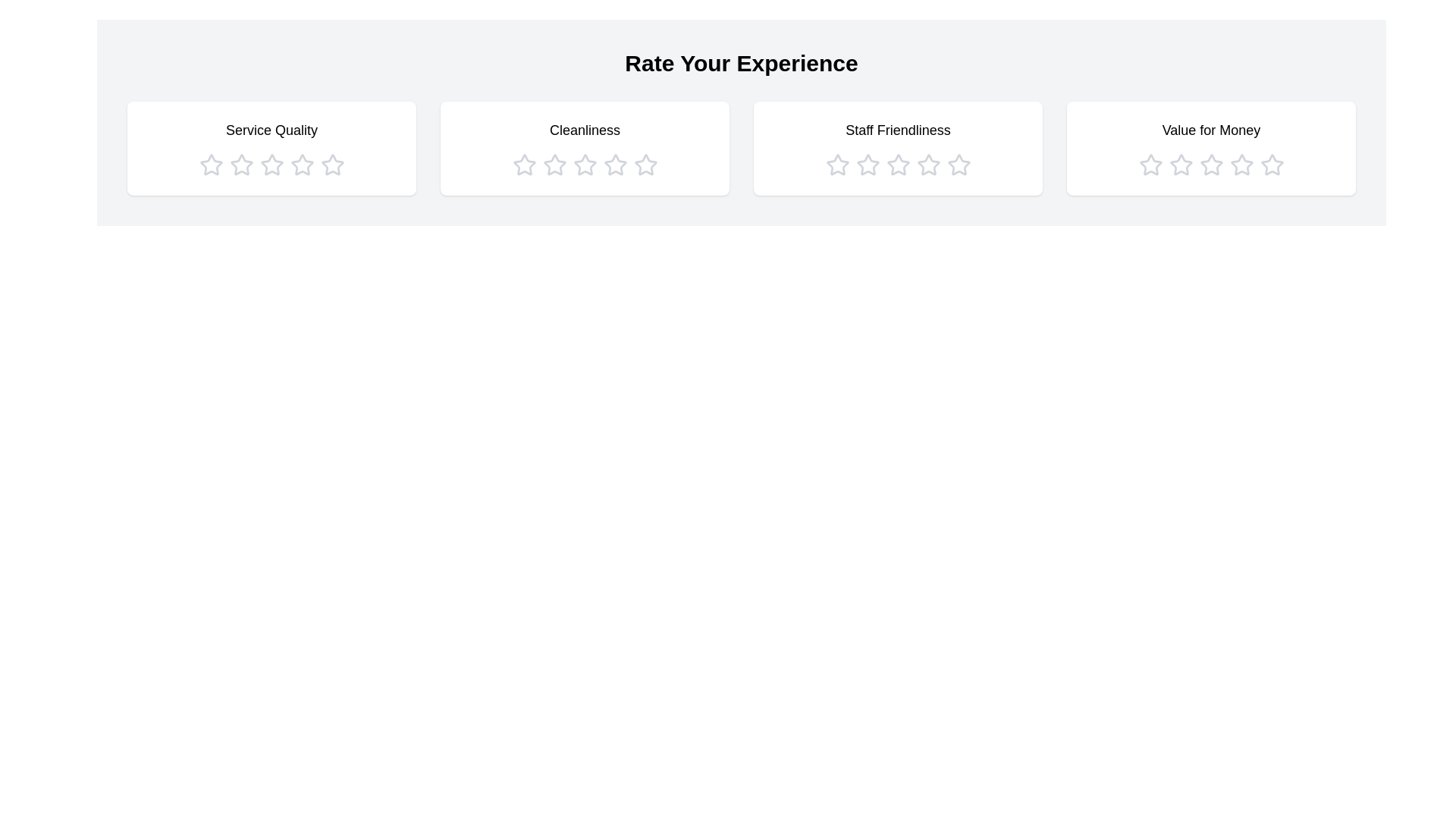 Image resolution: width=1456 pixels, height=819 pixels. I want to click on the star icon corresponding to 5 stars in the category Value for Money, so click(1272, 165).